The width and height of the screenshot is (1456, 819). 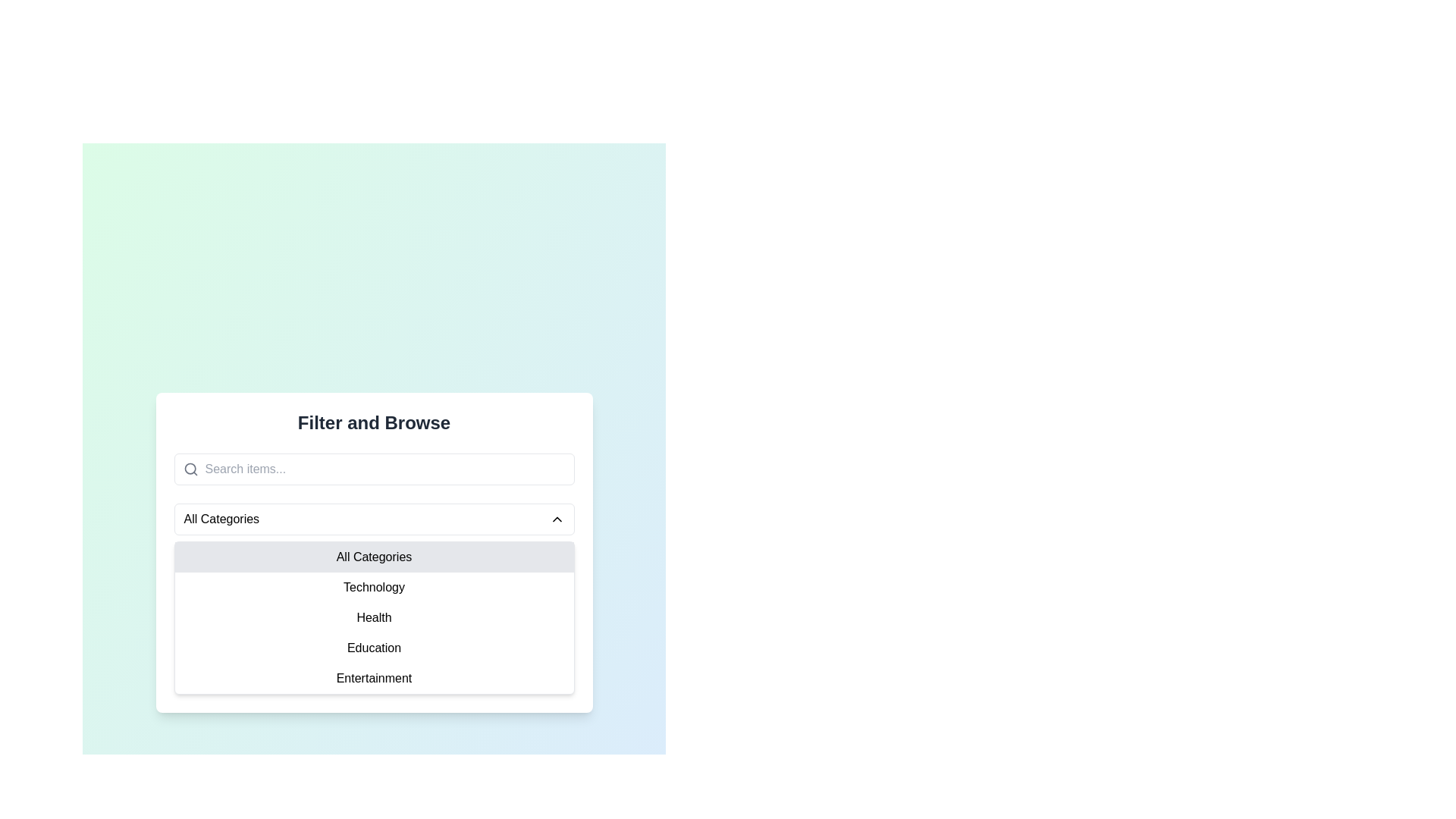 I want to click on the 'Entertainment' text label in the dropdown menu, so click(x=374, y=677).